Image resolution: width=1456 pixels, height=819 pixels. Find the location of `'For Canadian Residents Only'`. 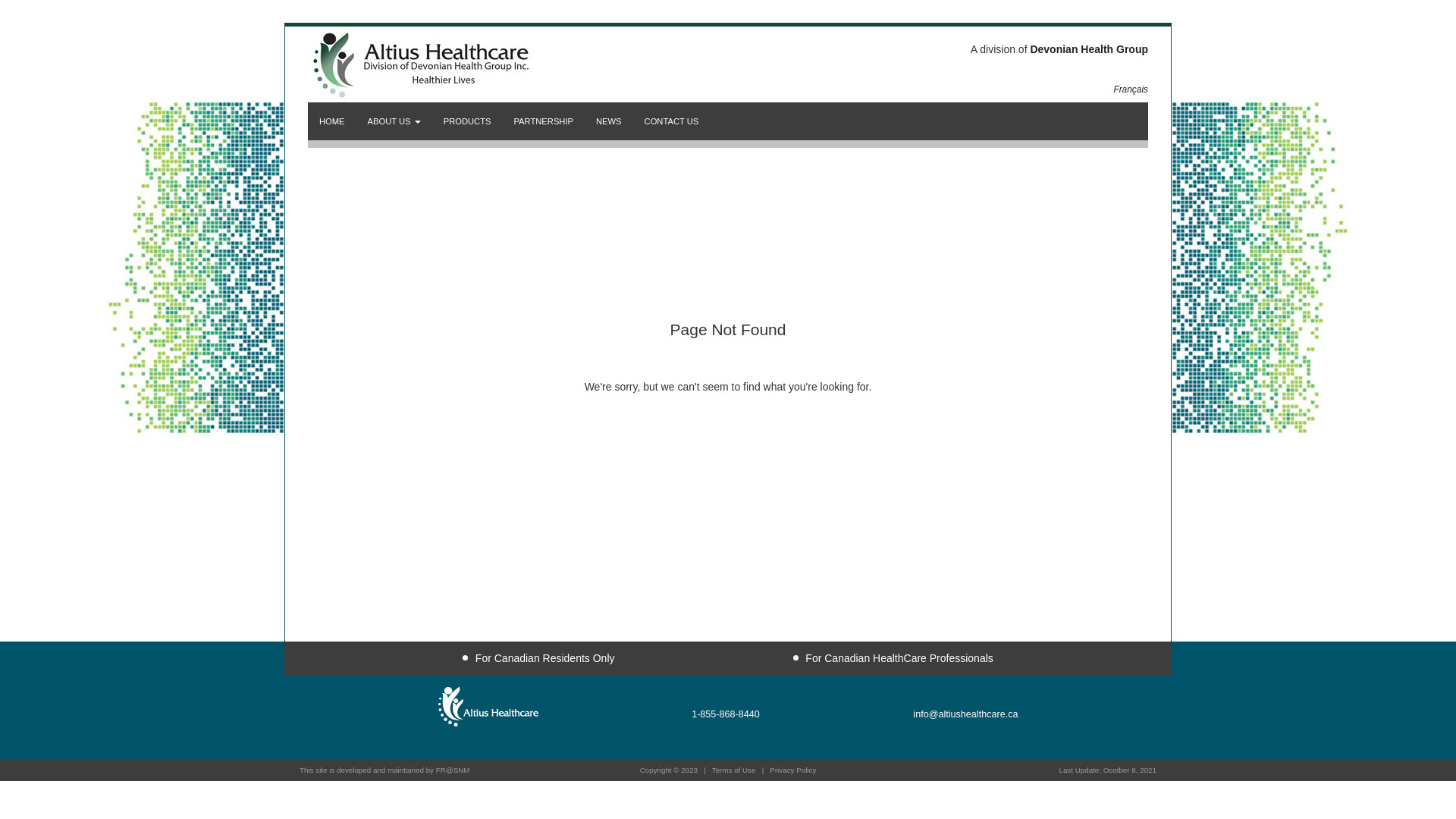

'For Canadian Residents Only' is located at coordinates (461, 657).